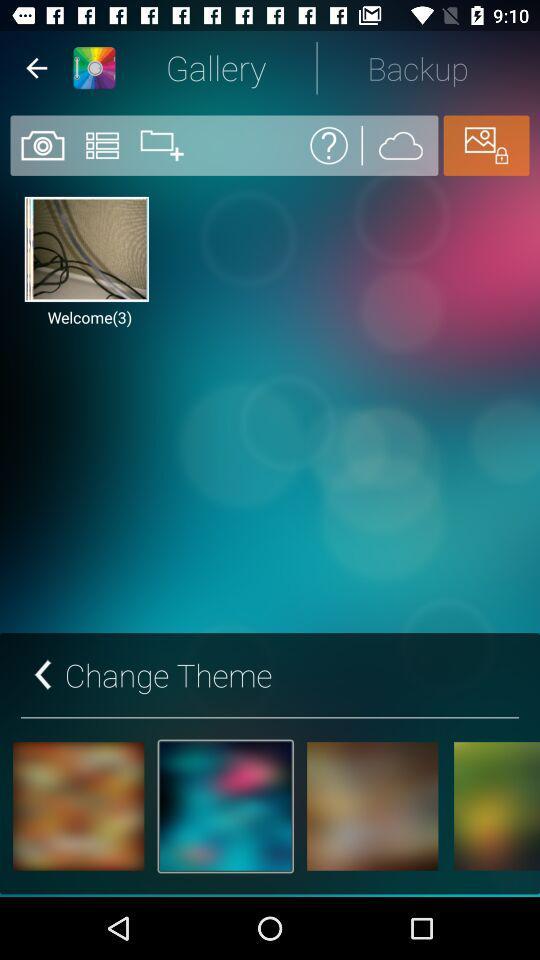 The image size is (540, 960). What do you see at coordinates (151, 675) in the screenshot?
I see `the button change theme on the web page` at bounding box center [151, 675].